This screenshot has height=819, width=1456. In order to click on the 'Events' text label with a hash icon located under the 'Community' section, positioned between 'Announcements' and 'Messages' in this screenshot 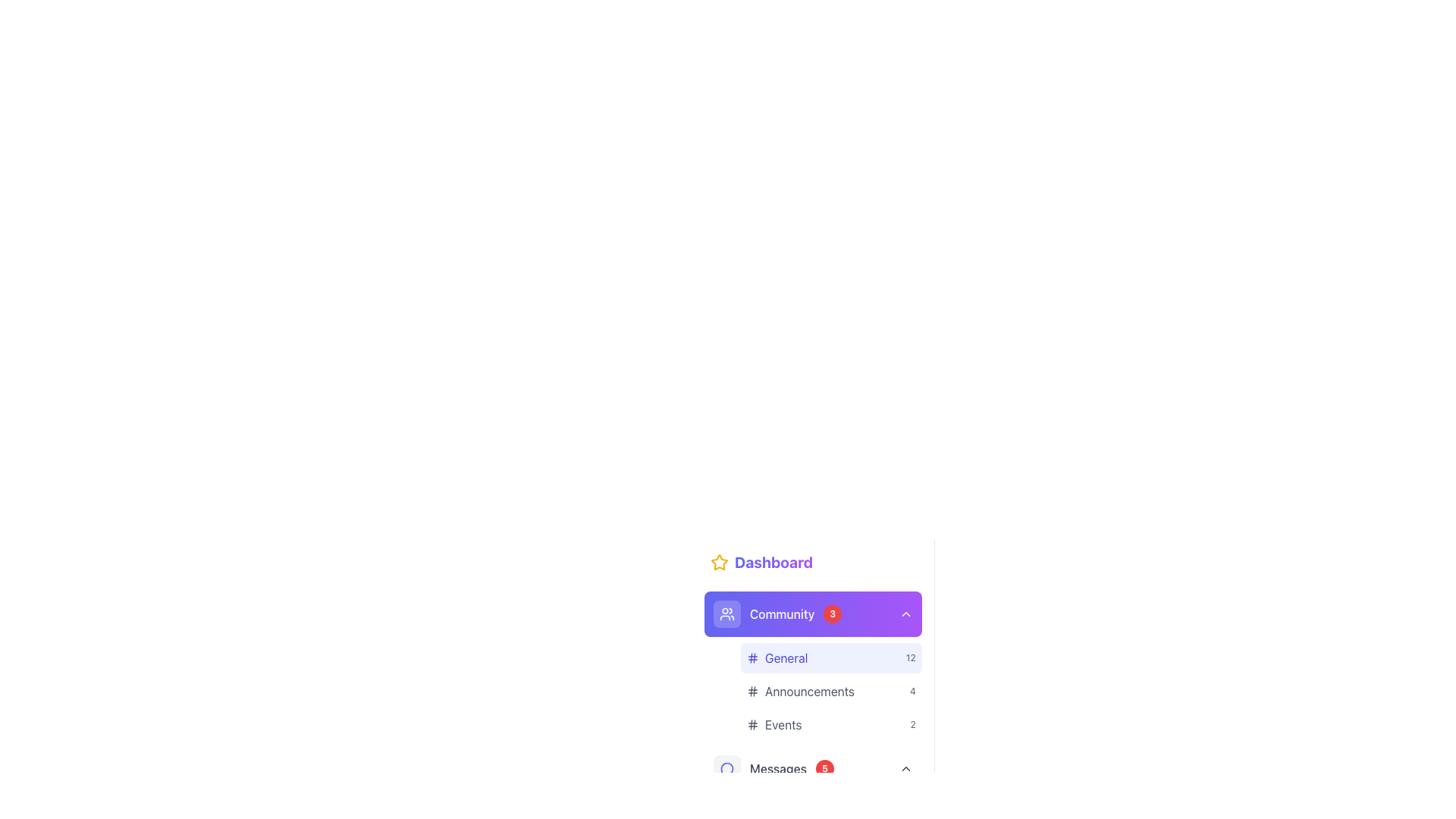, I will do `click(774, 724)`.